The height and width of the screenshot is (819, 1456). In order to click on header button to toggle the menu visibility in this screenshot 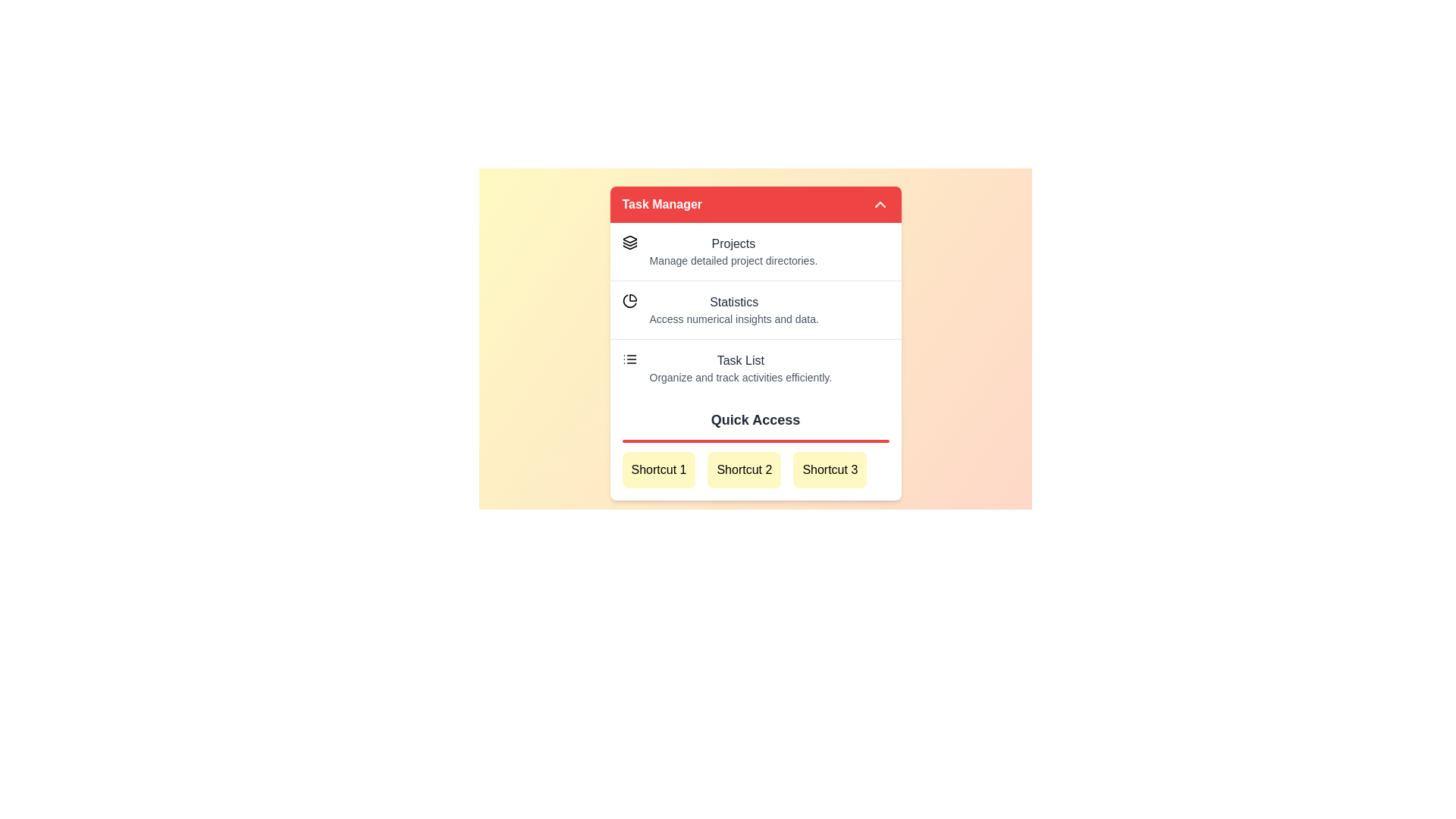, I will do `click(755, 205)`.